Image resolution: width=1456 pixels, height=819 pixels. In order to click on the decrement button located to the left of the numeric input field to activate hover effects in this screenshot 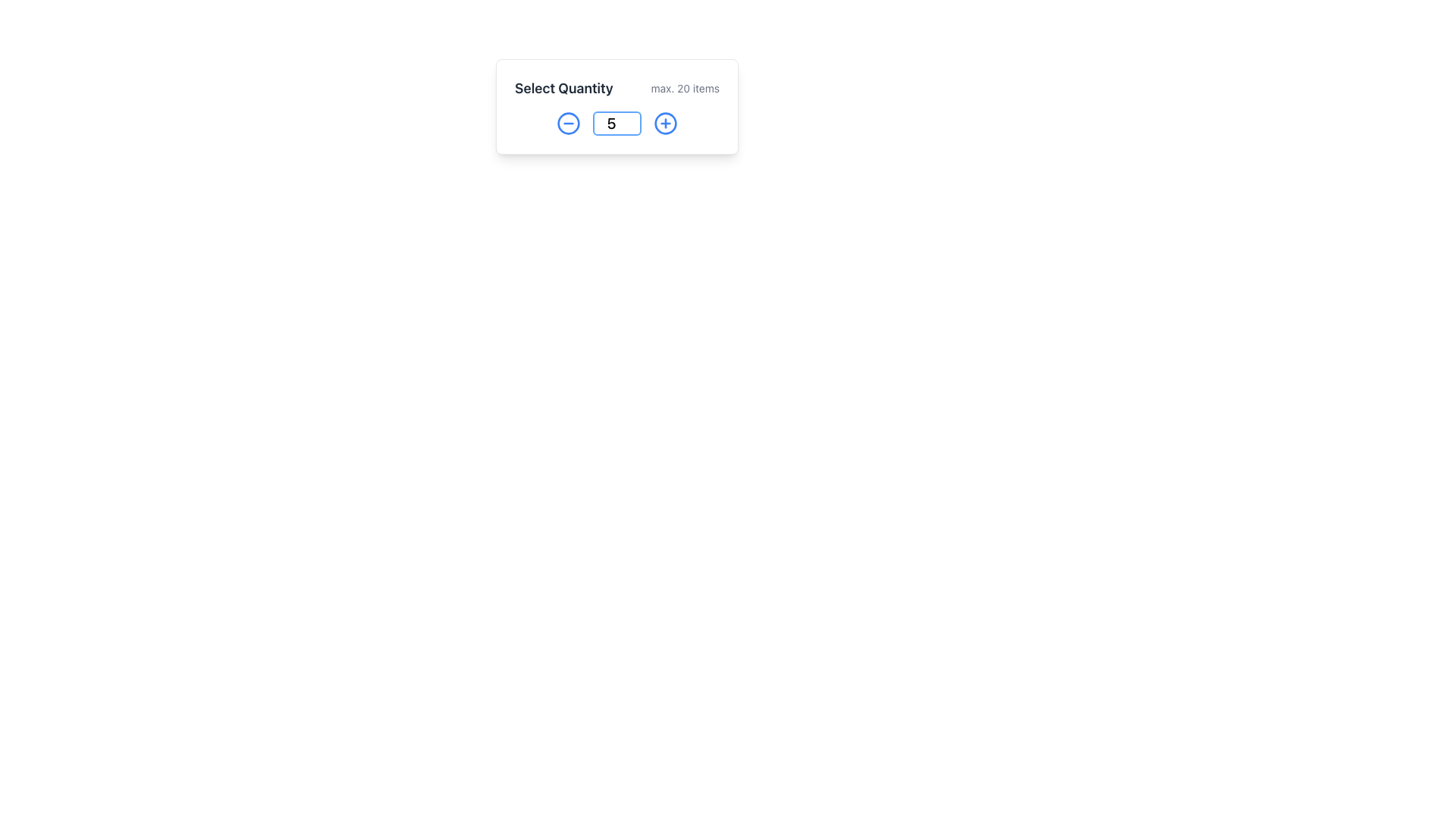, I will do `click(567, 122)`.